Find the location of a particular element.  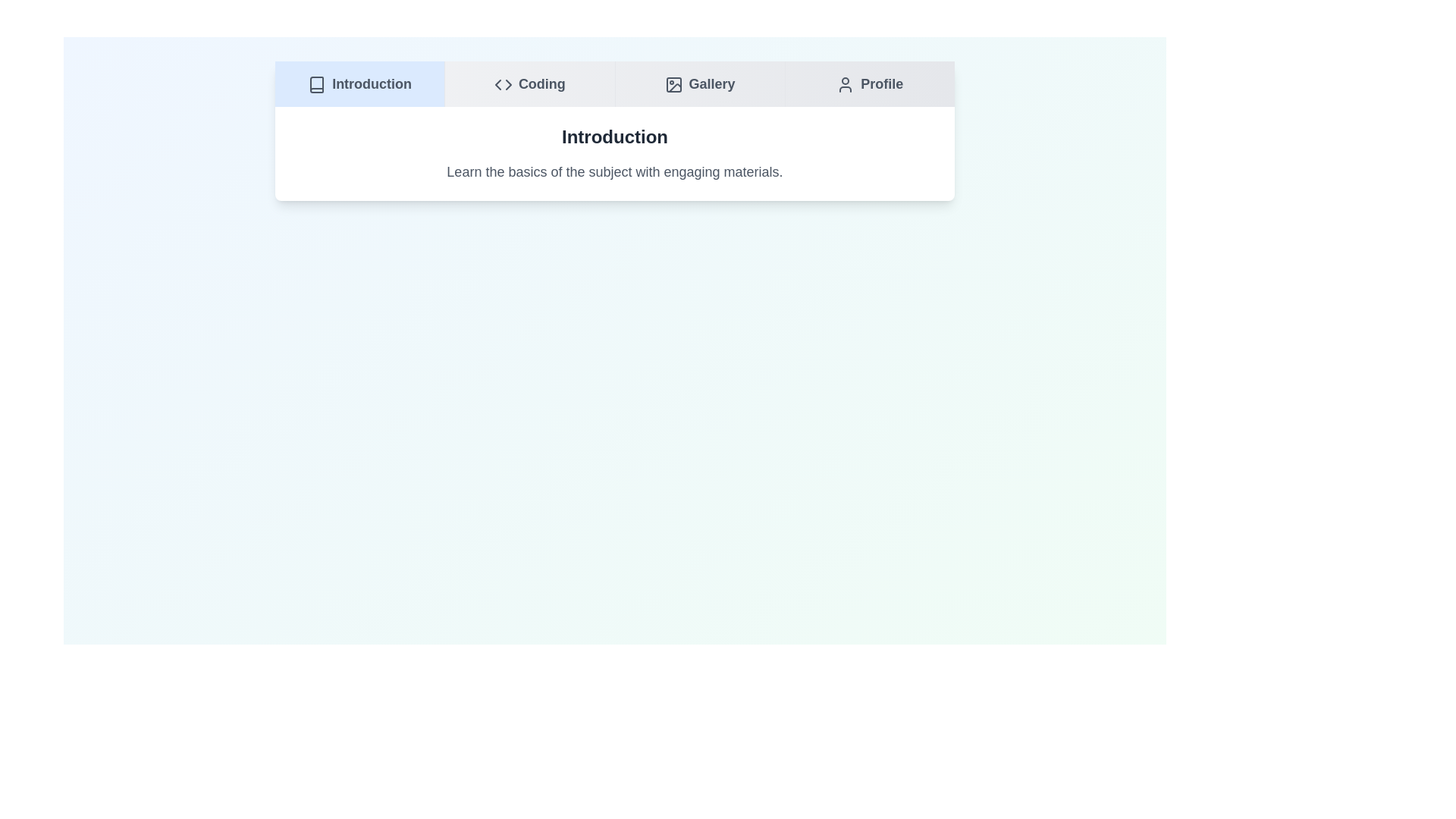

the Profile tab to navigate to it is located at coordinates (869, 84).